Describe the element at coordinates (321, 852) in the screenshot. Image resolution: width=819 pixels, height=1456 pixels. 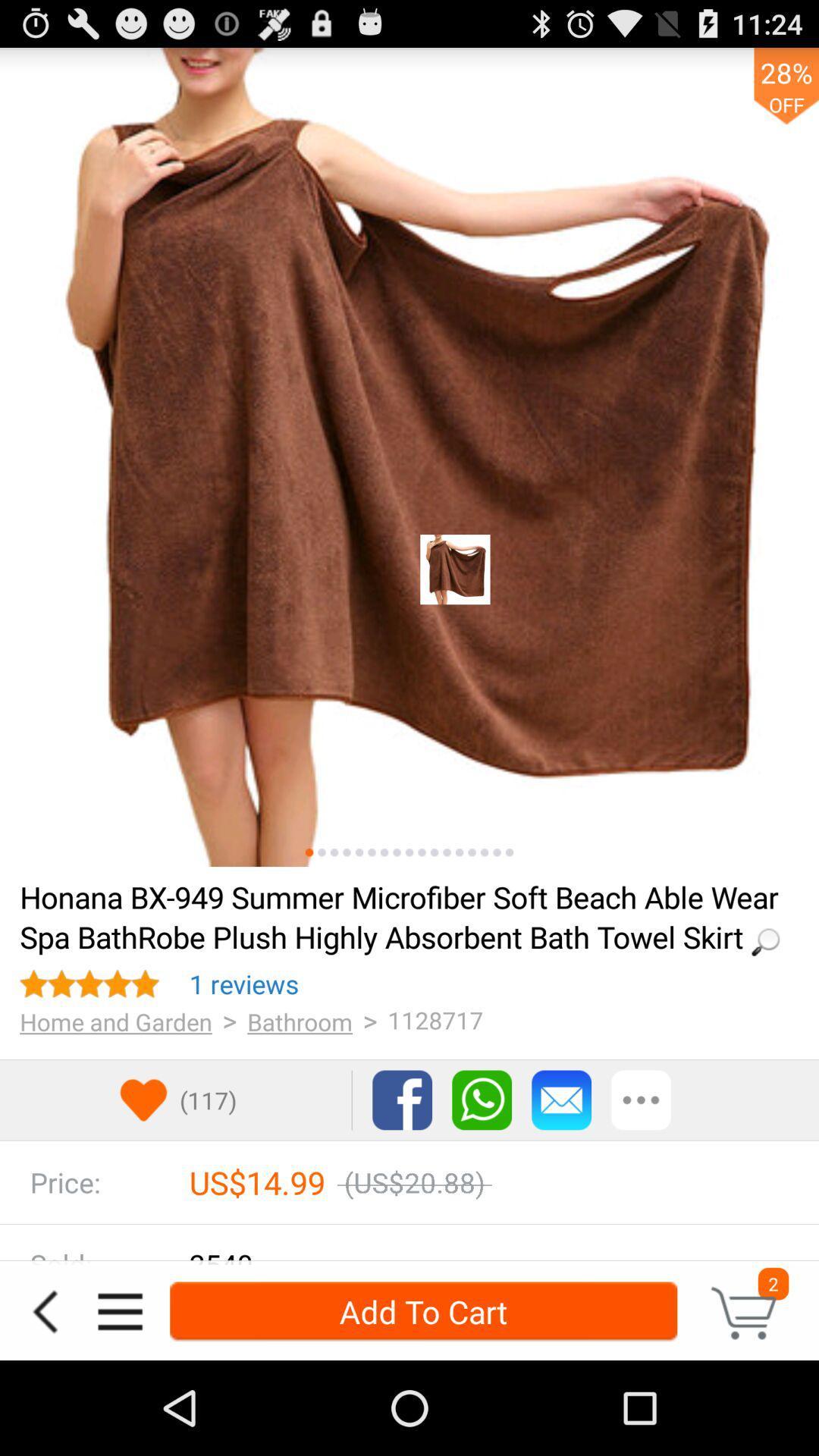
I see `next image of the same product` at that location.